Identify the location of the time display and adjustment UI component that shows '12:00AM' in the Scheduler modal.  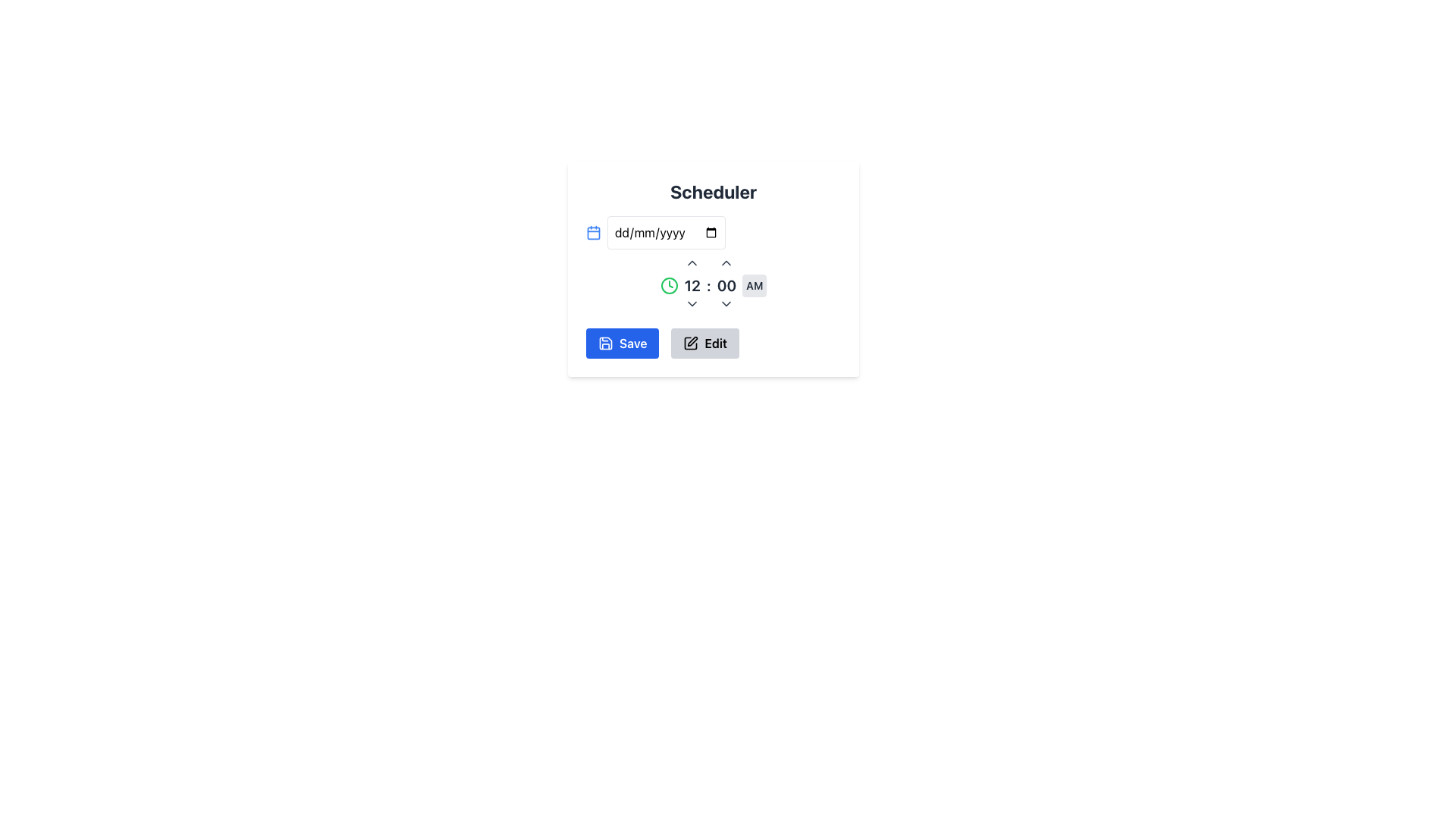
(712, 265).